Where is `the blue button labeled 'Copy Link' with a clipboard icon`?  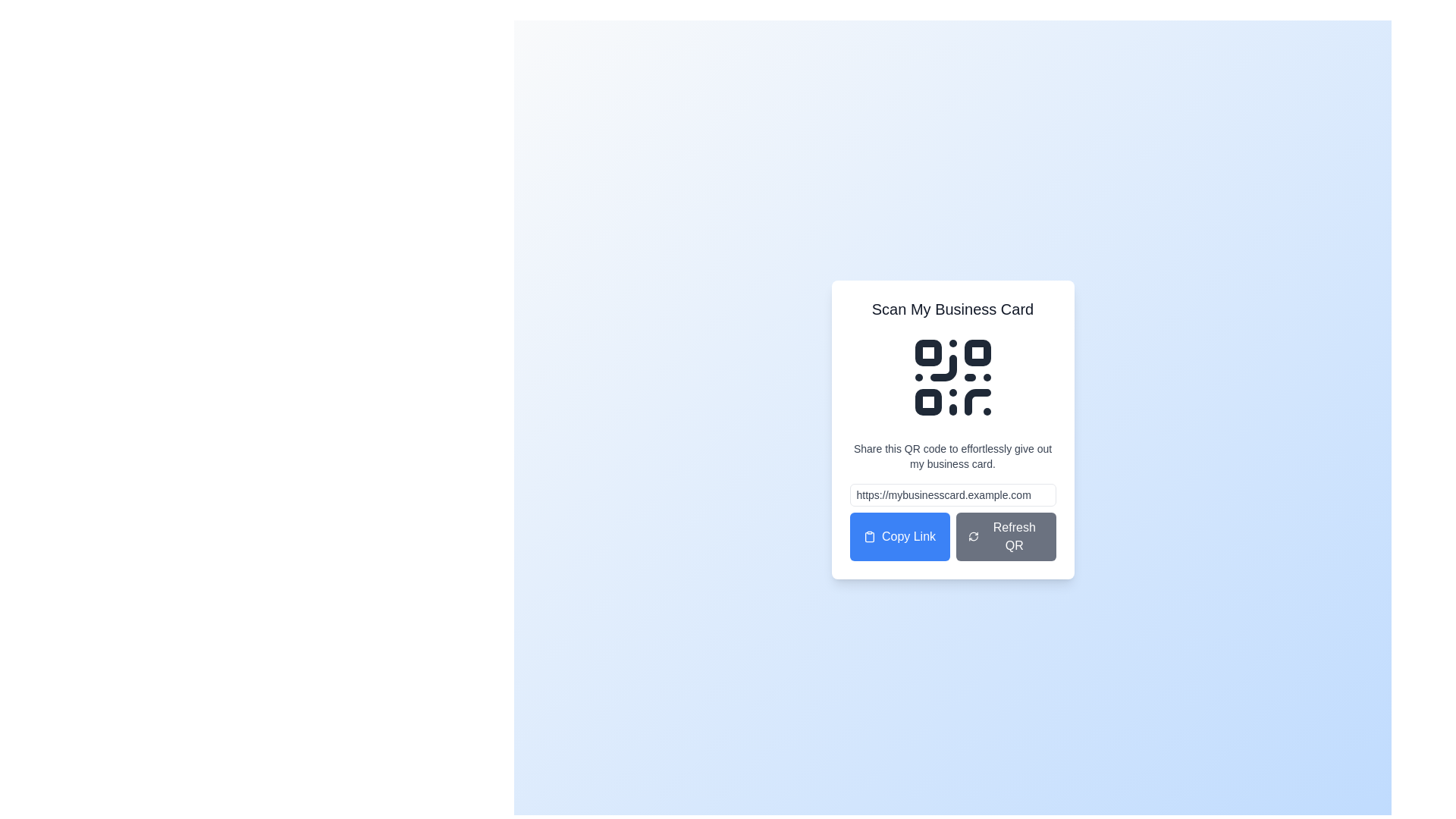
the blue button labeled 'Copy Link' with a clipboard icon is located at coordinates (899, 536).